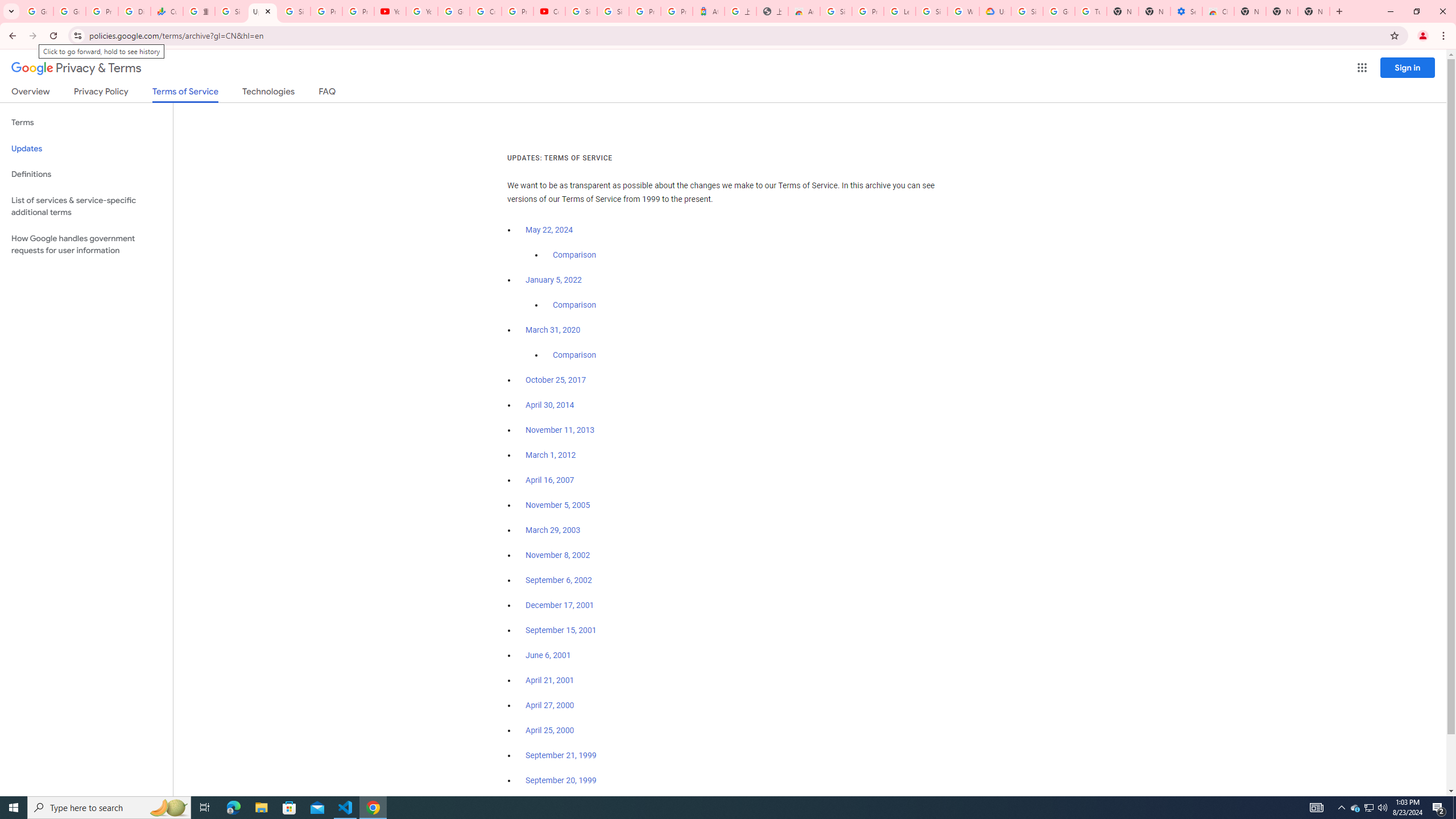 This screenshot has height=819, width=1456. I want to click on 'April 25, 2000', so click(549, 729).